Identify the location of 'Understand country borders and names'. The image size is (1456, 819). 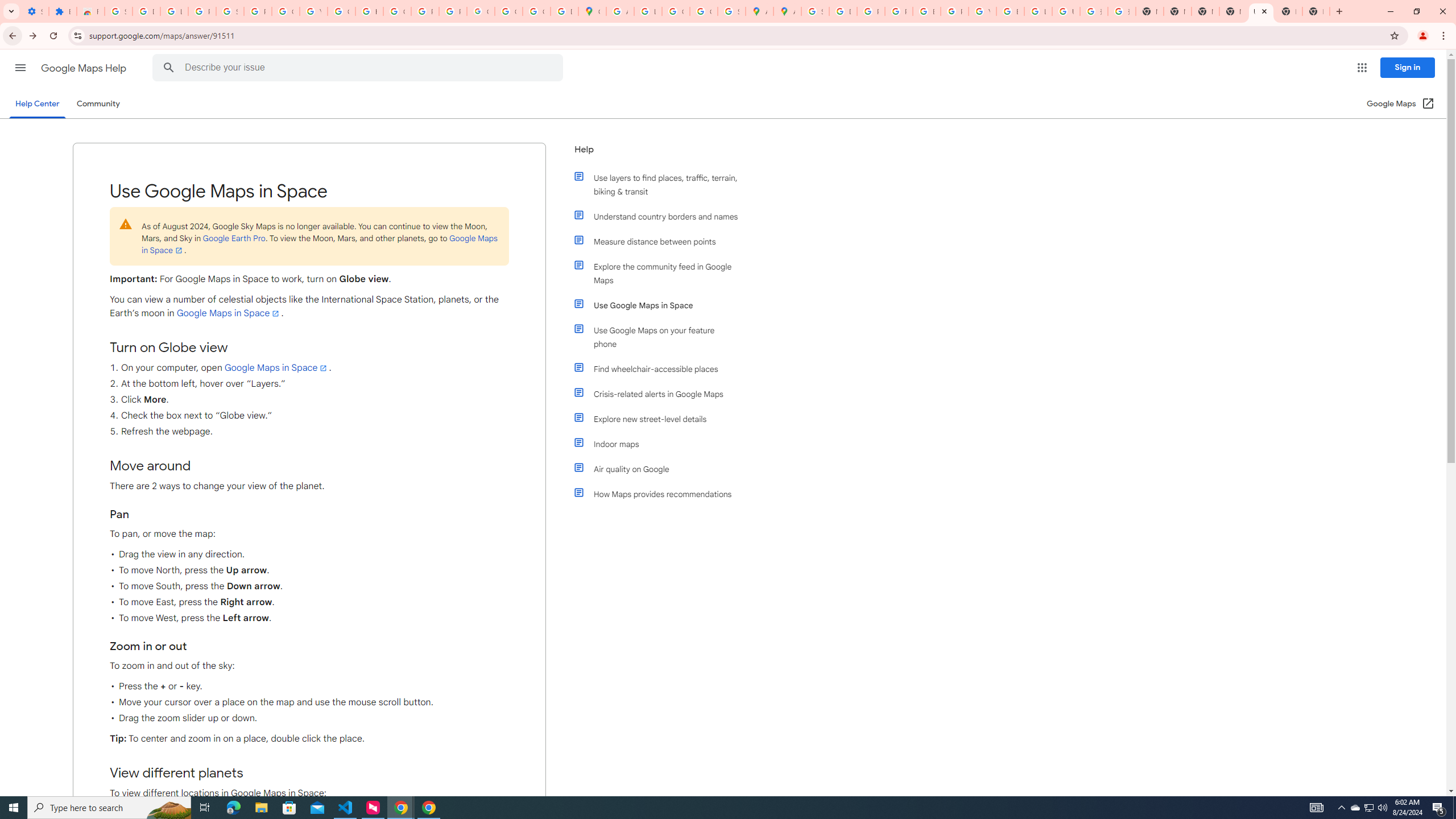
(661, 216).